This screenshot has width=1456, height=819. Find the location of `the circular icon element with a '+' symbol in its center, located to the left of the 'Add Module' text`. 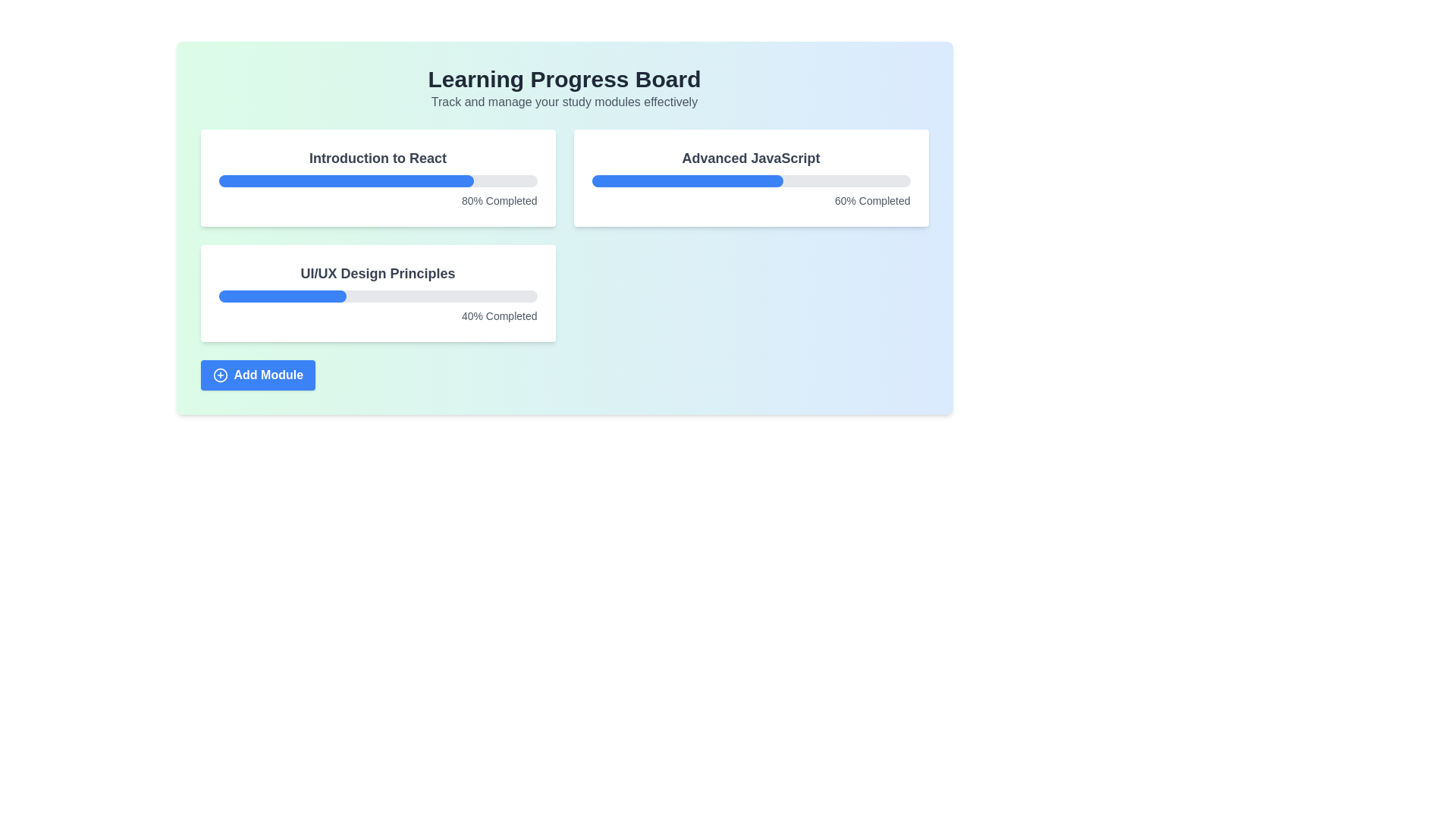

the circular icon element with a '+' symbol in its center, located to the left of the 'Add Module' text is located at coordinates (219, 375).